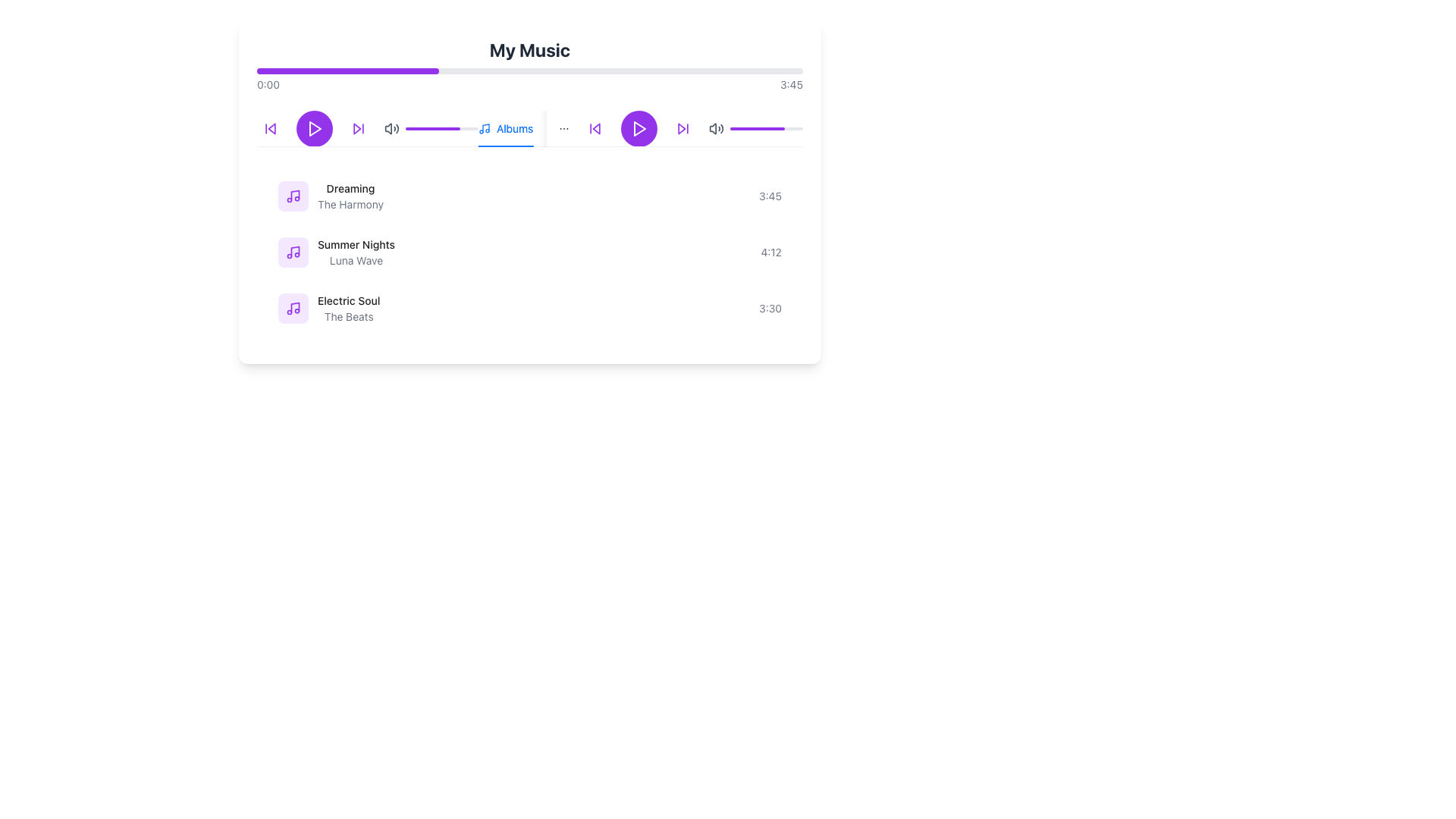 The image size is (1456, 819). Describe the element at coordinates (595, 127) in the screenshot. I see `the purple backward skip button icon, which is an SVG element located to the left of the large play button in the horizontal controls bar` at that location.